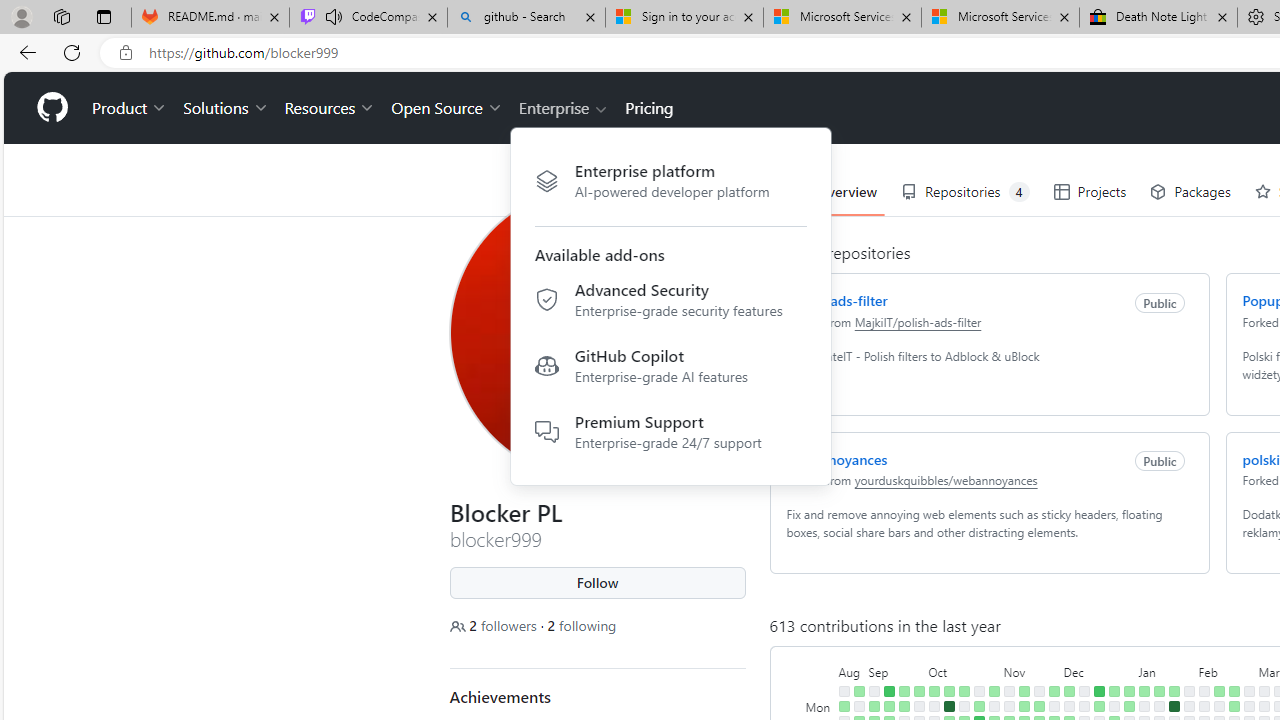 This screenshot has height=720, width=1280. I want to click on 'August', so click(851, 670).